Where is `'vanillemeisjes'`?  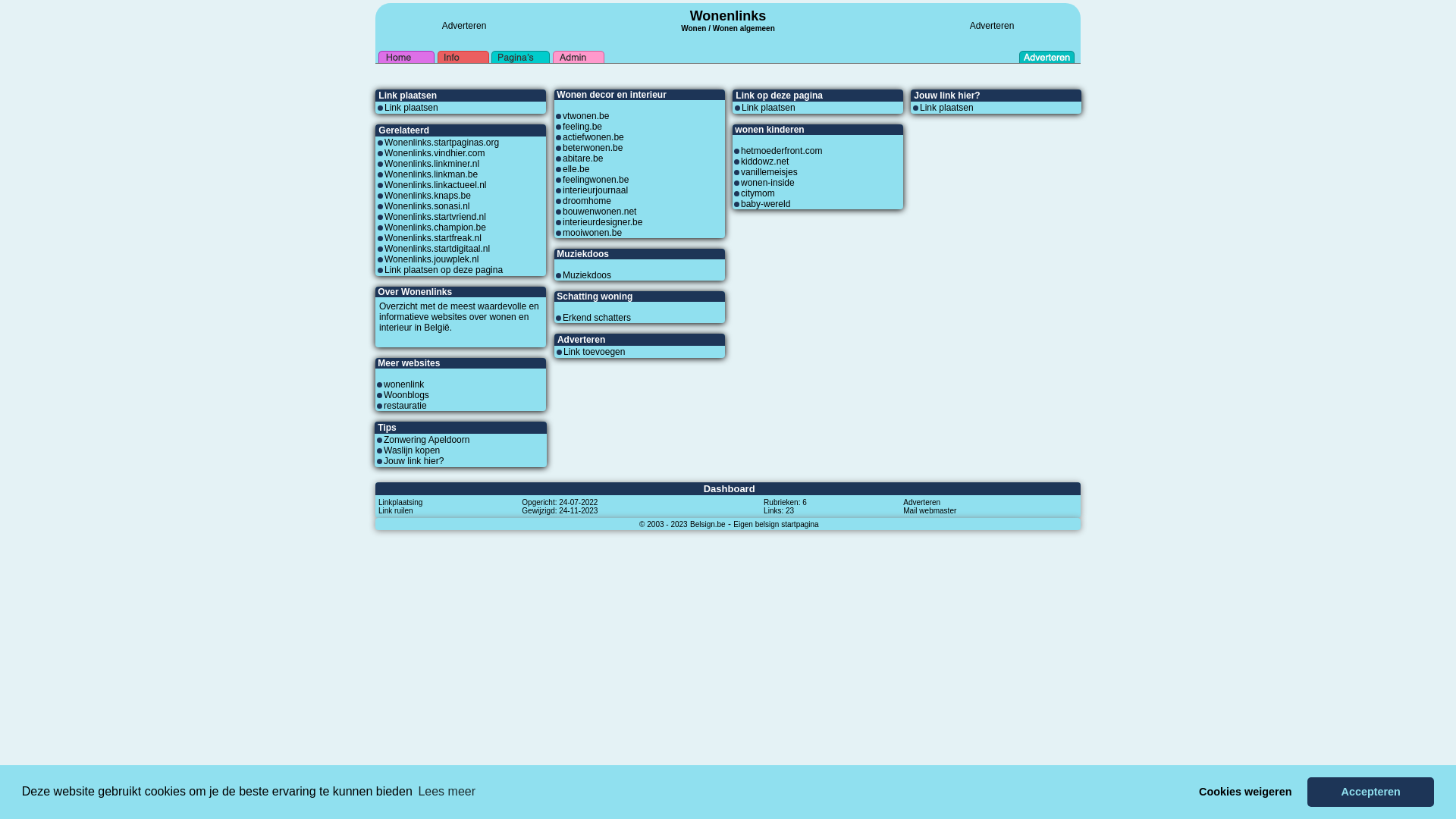 'vanillemeisjes' is located at coordinates (769, 171).